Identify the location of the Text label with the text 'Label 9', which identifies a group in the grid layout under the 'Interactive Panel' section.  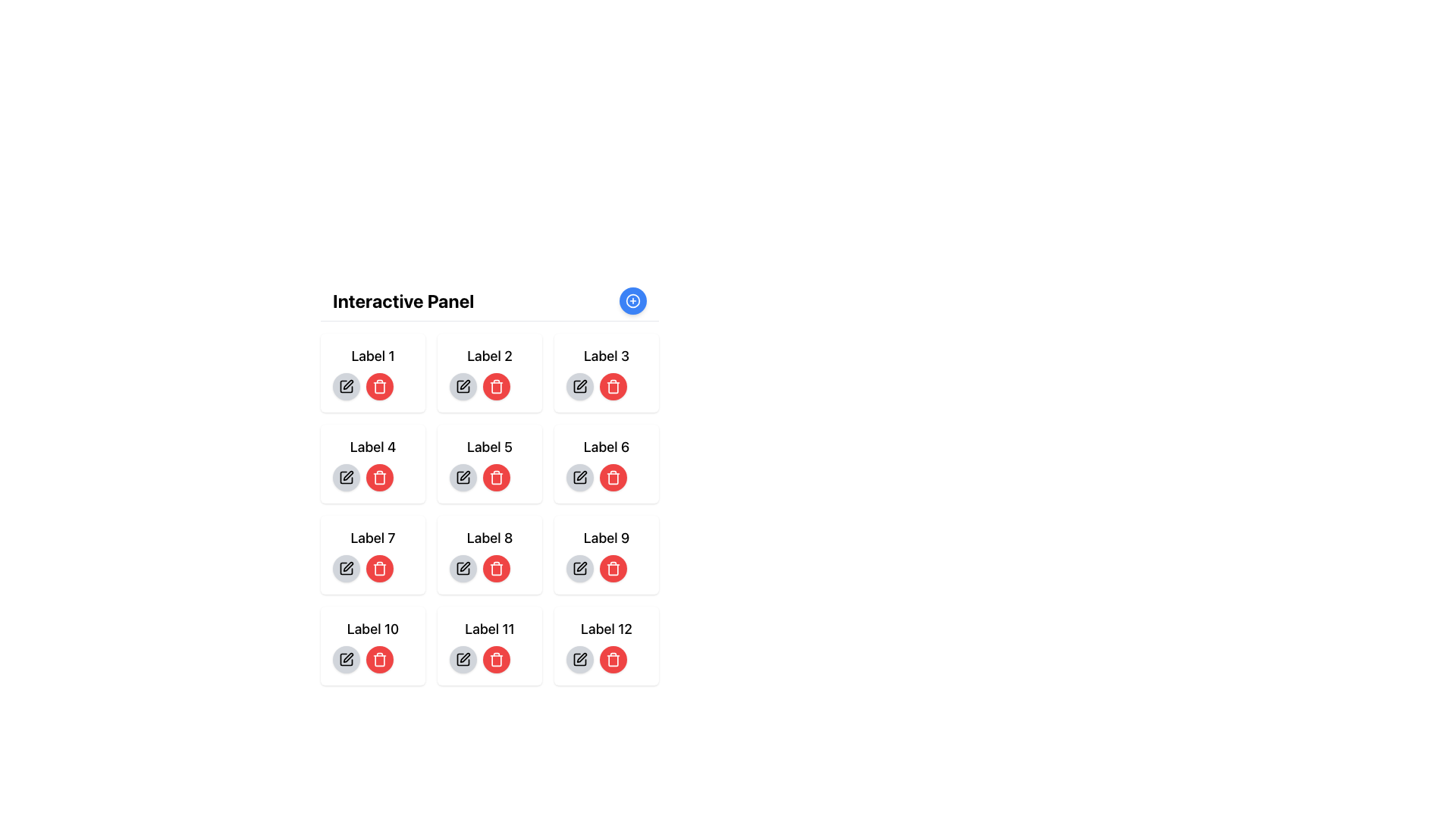
(607, 537).